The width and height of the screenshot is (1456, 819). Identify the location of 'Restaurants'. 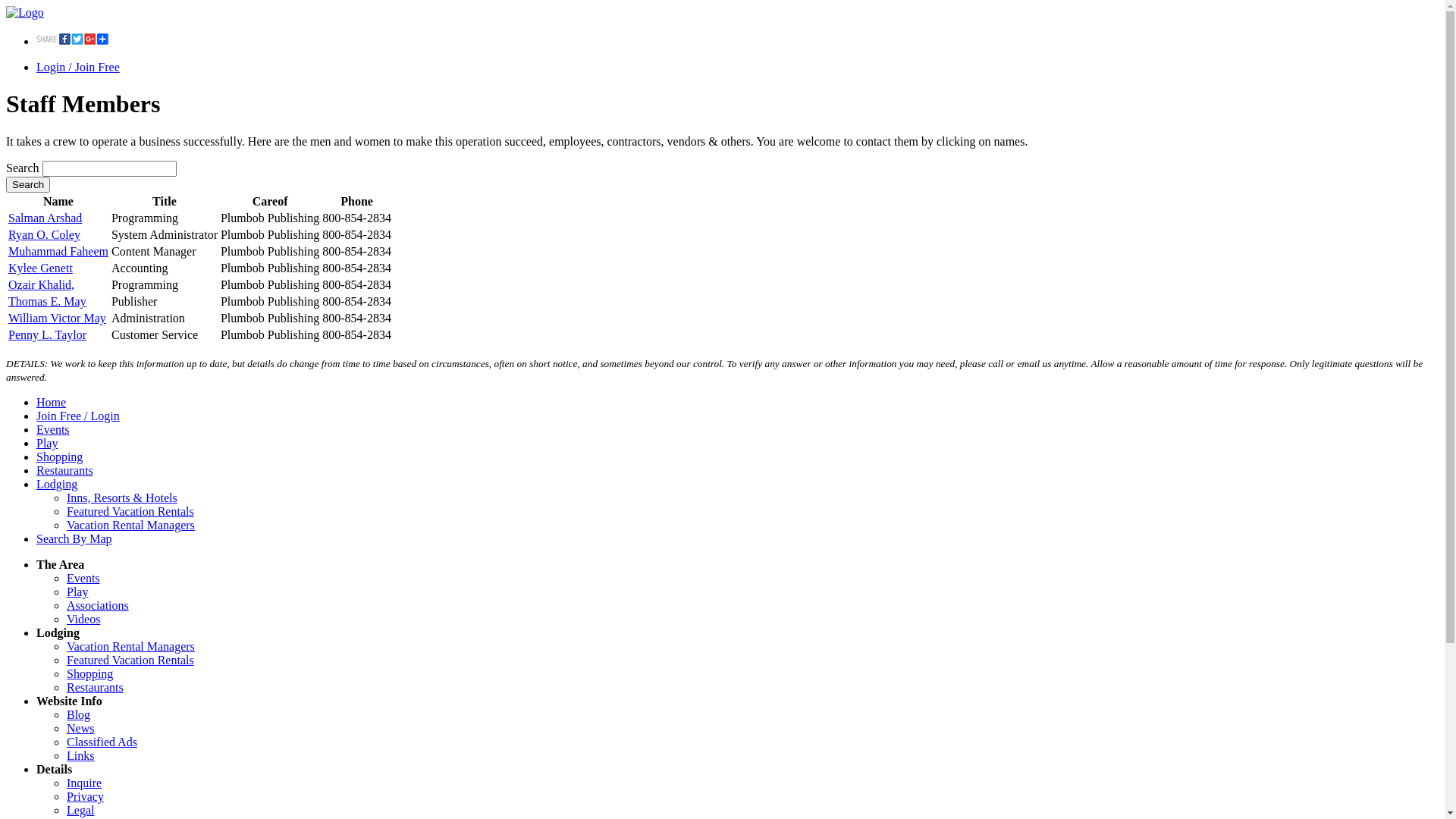
(64, 469).